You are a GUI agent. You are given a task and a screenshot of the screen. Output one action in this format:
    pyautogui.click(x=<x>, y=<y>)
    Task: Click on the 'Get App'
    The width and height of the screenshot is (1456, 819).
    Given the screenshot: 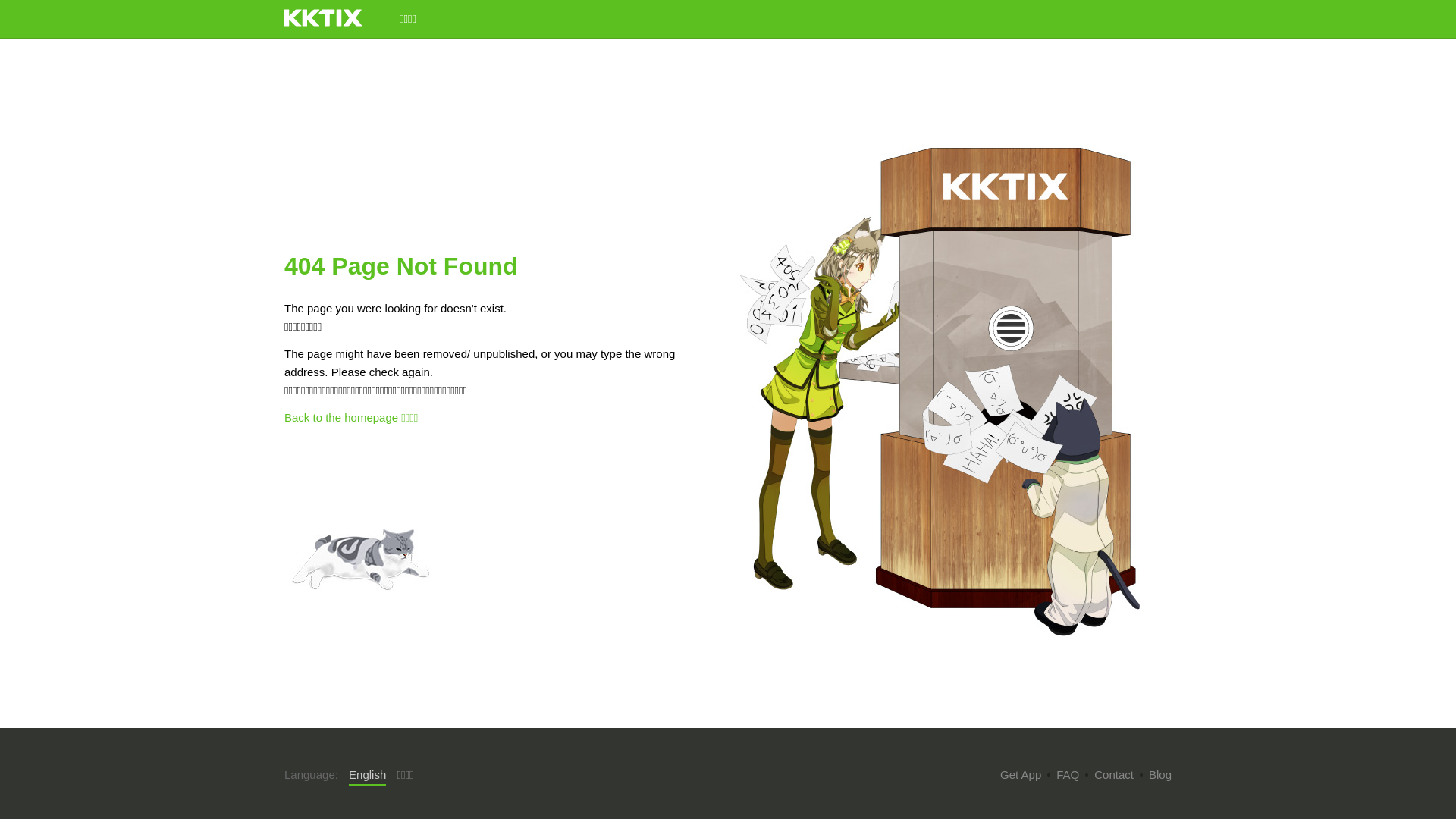 What is the action you would take?
    pyautogui.click(x=1000, y=774)
    